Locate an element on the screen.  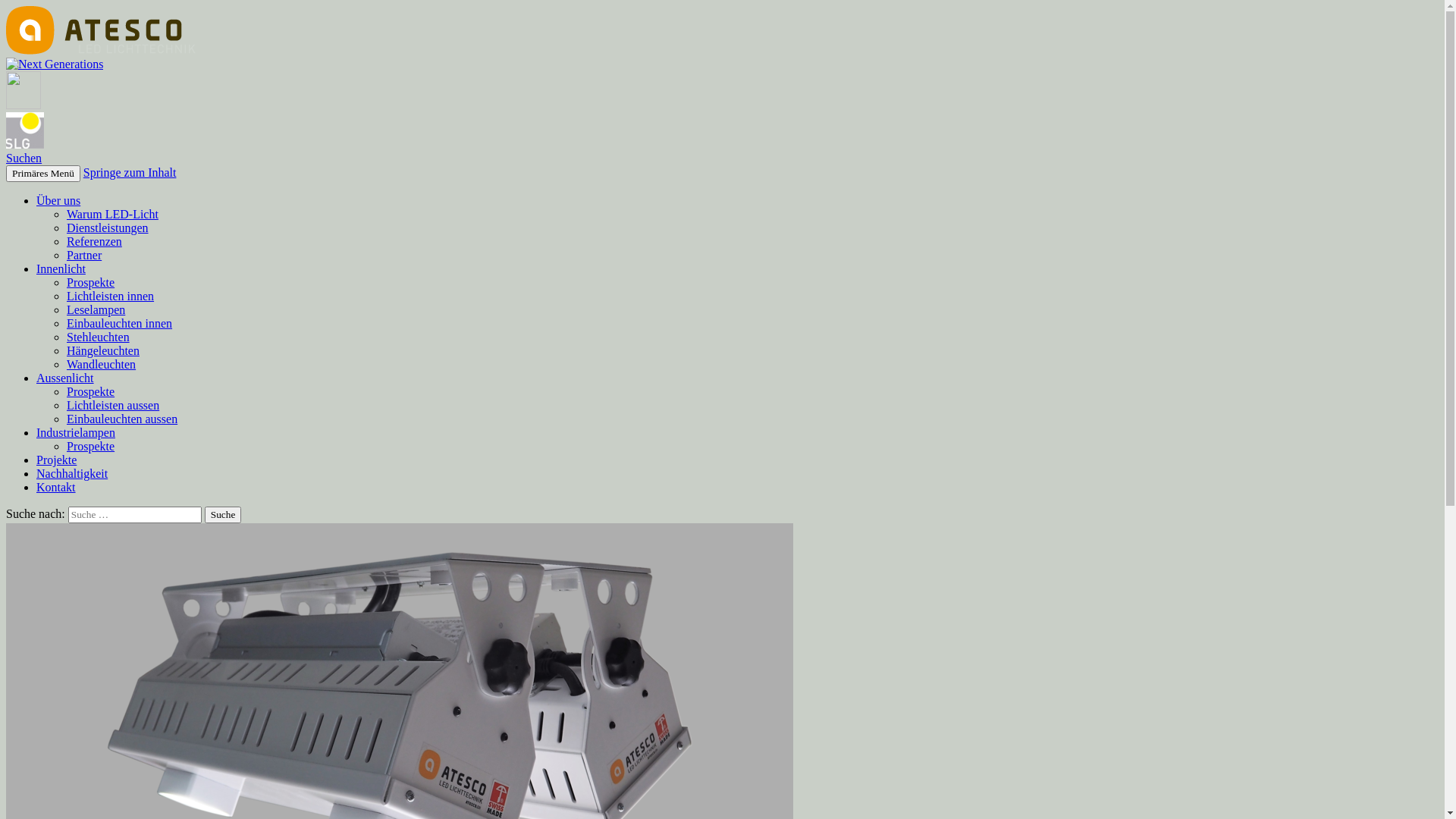
'Wandleuchten' is located at coordinates (100, 364).